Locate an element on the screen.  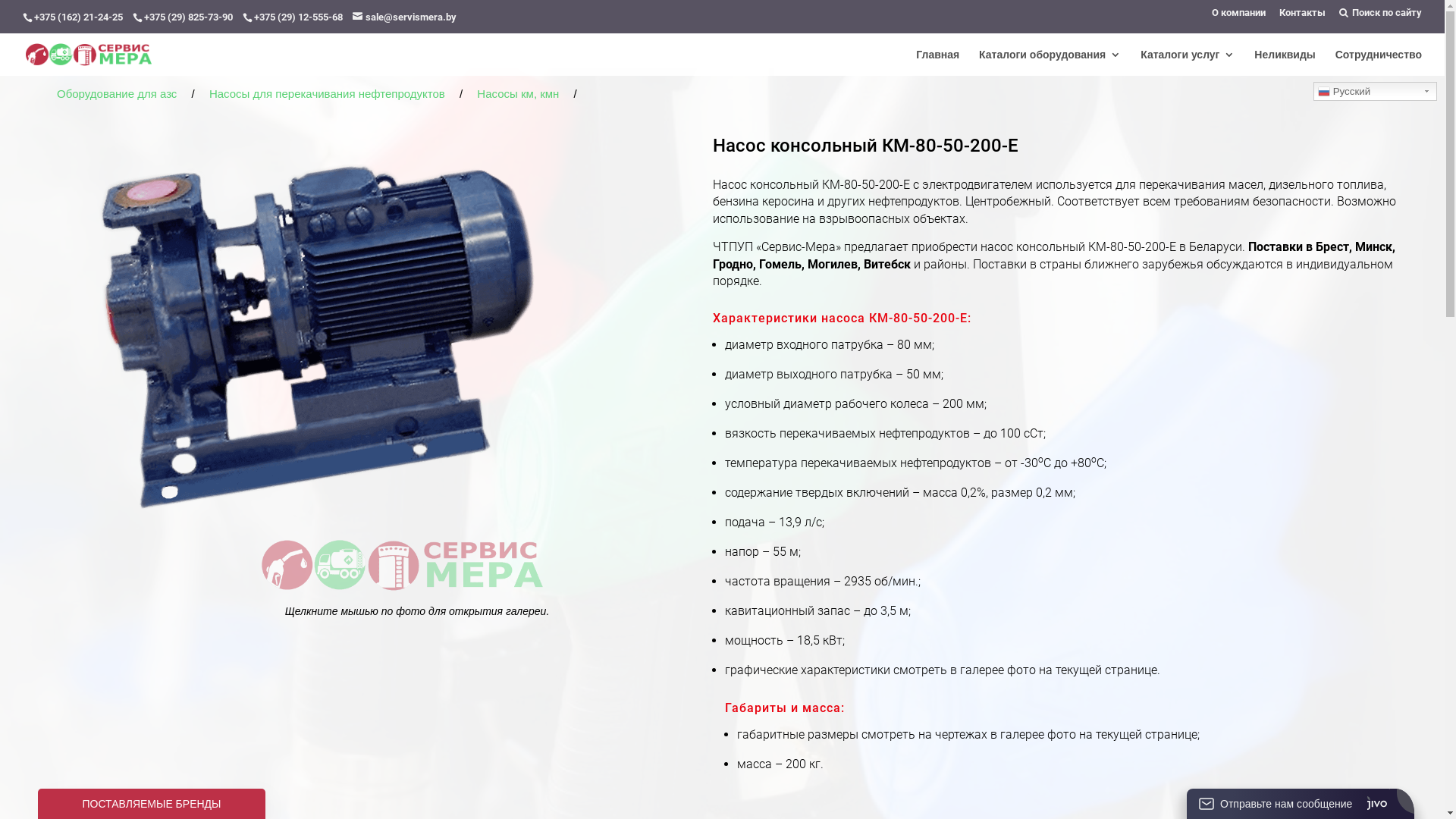
'+375 (29) 12-555-68' is located at coordinates (298, 17).